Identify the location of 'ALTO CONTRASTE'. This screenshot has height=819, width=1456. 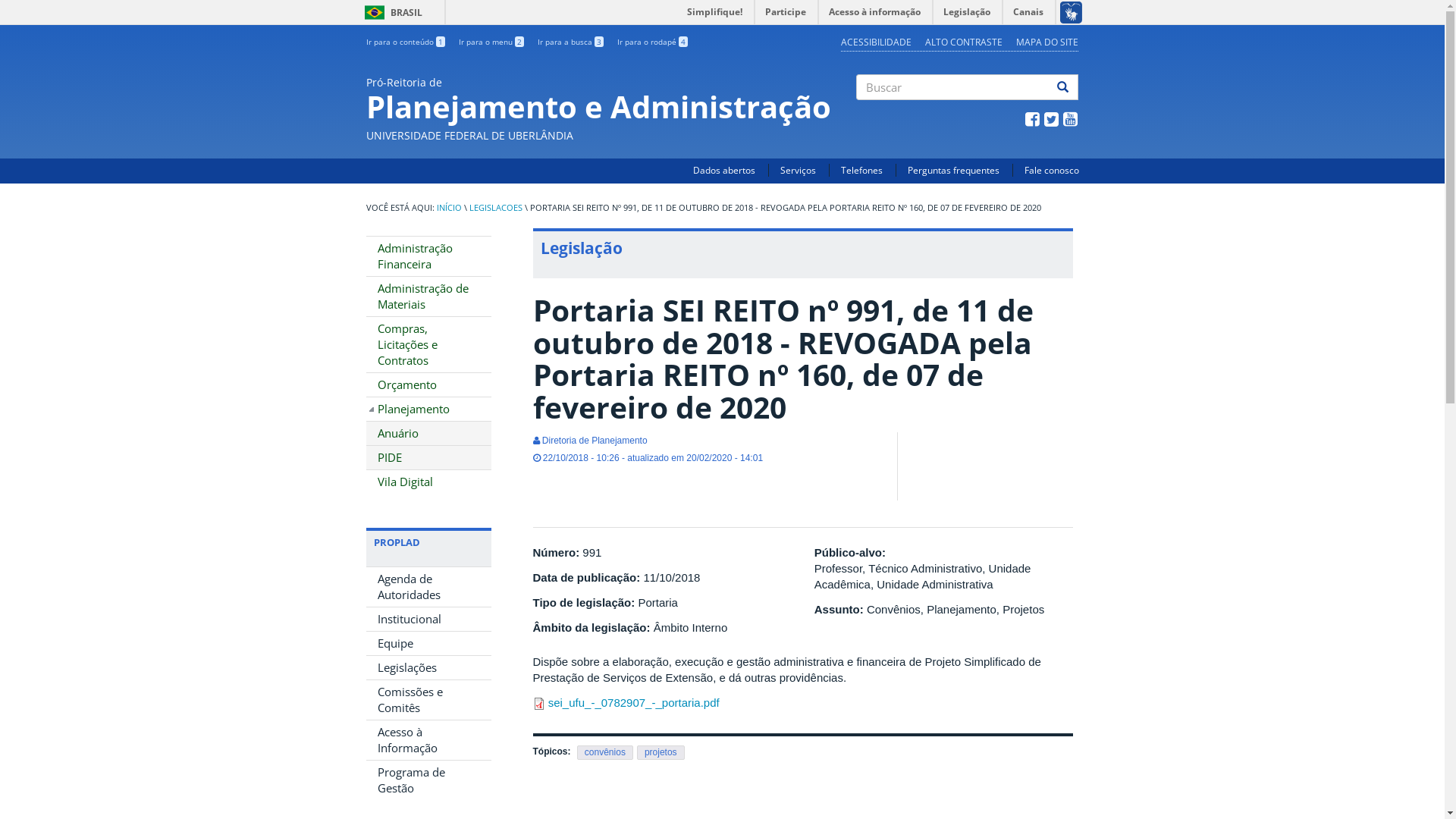
(963, 41).